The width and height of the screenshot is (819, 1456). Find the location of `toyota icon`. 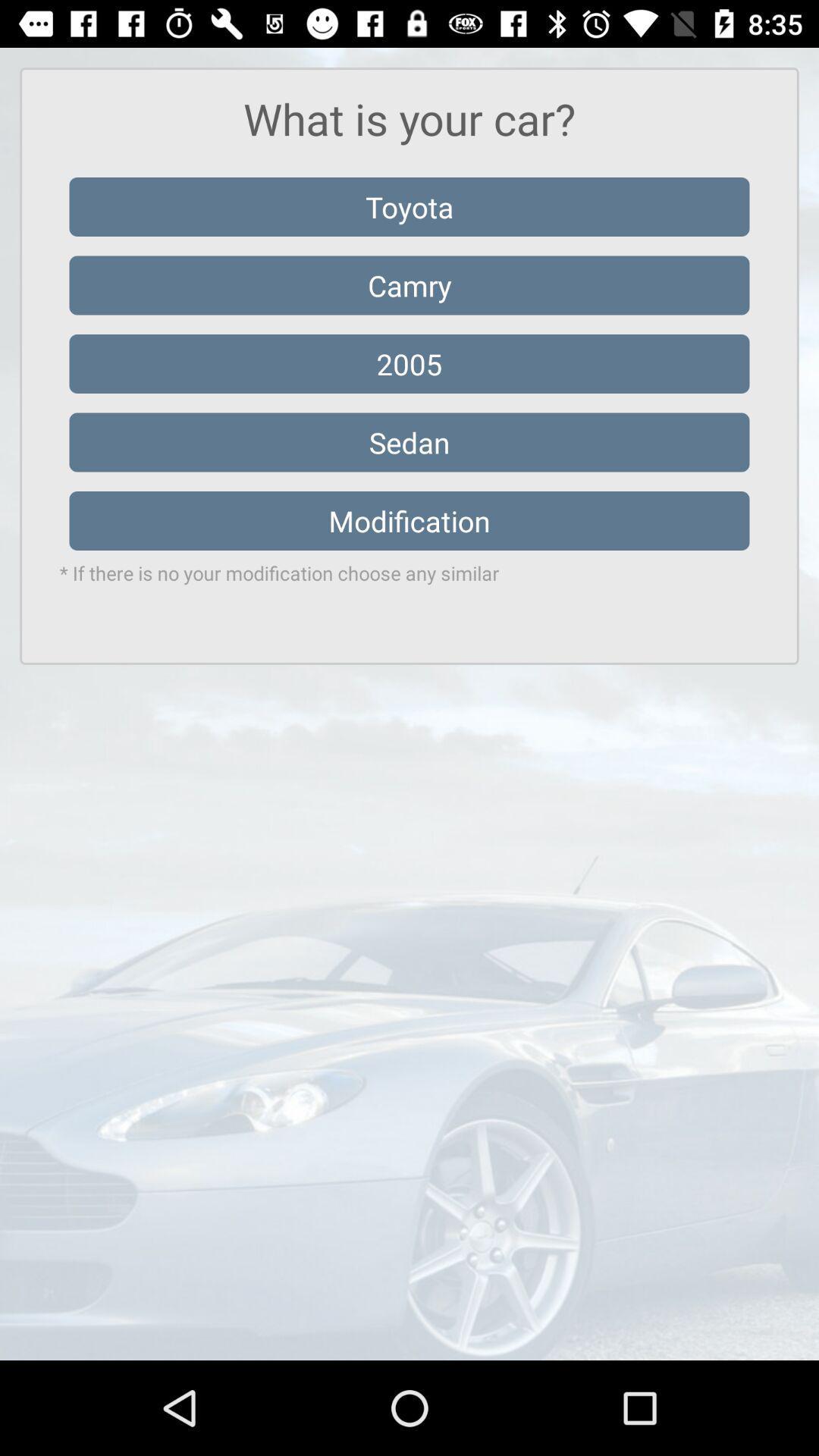

toyota icon is located at coordinates (409, 206).